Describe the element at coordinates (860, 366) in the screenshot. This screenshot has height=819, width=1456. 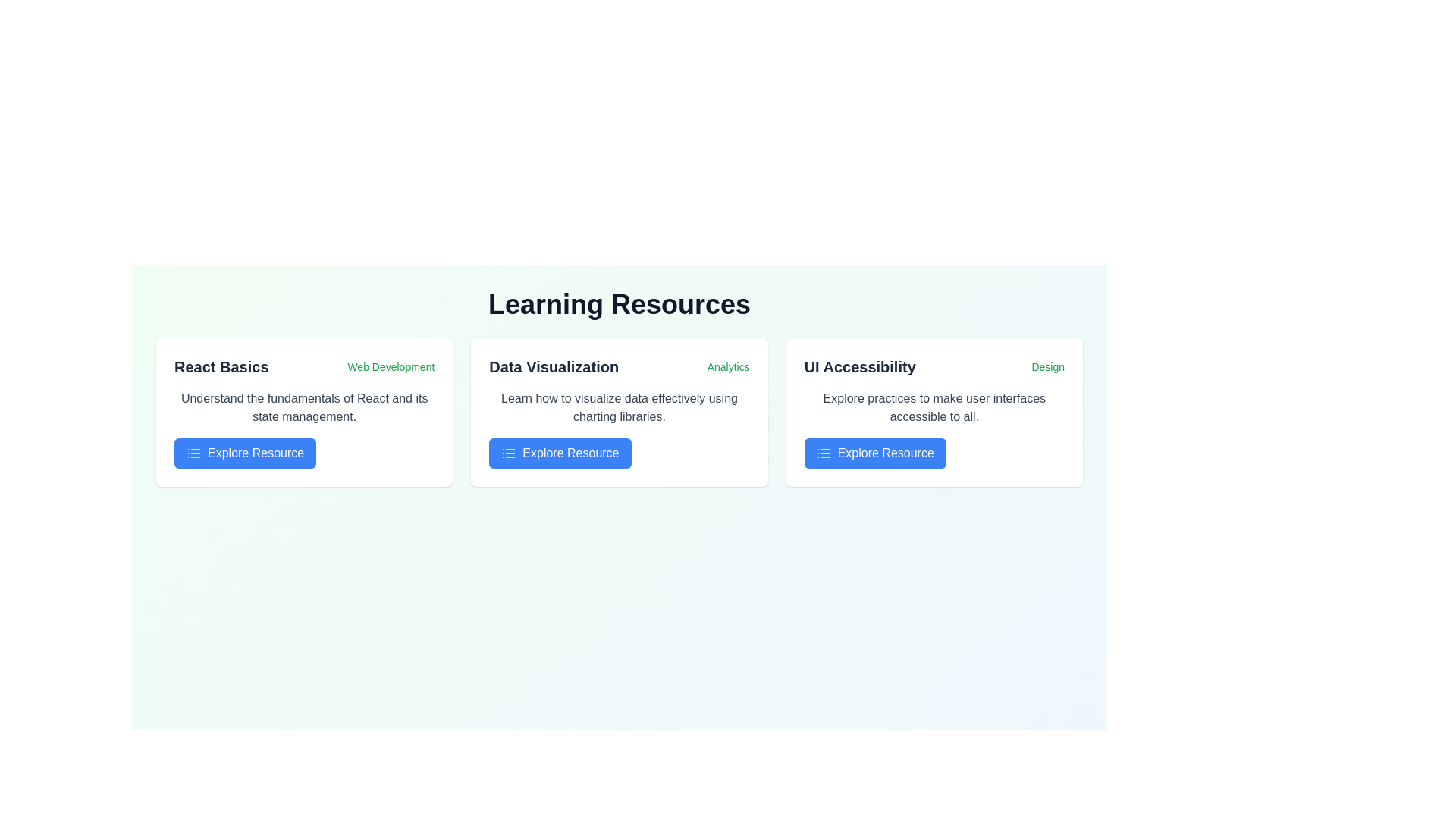
I see `the Header text element that indicates the topic of user interface accessibility in the Learning Resources section, positioned at the top-right area of the third column` at that location.